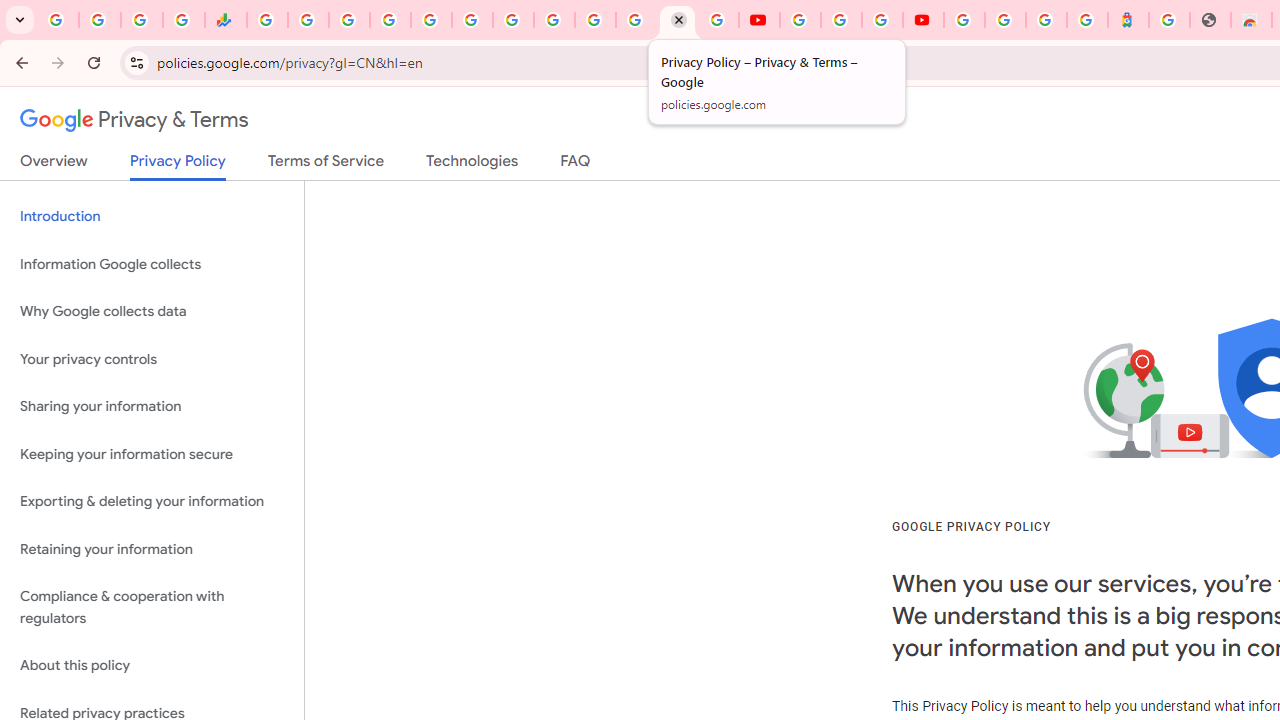 The height and width of the screenshot is (720, 1280). What do you see at coordinates (151, 263) in the screenshot?
I see `'Information Google collects'` at bounding box center [151, 263].